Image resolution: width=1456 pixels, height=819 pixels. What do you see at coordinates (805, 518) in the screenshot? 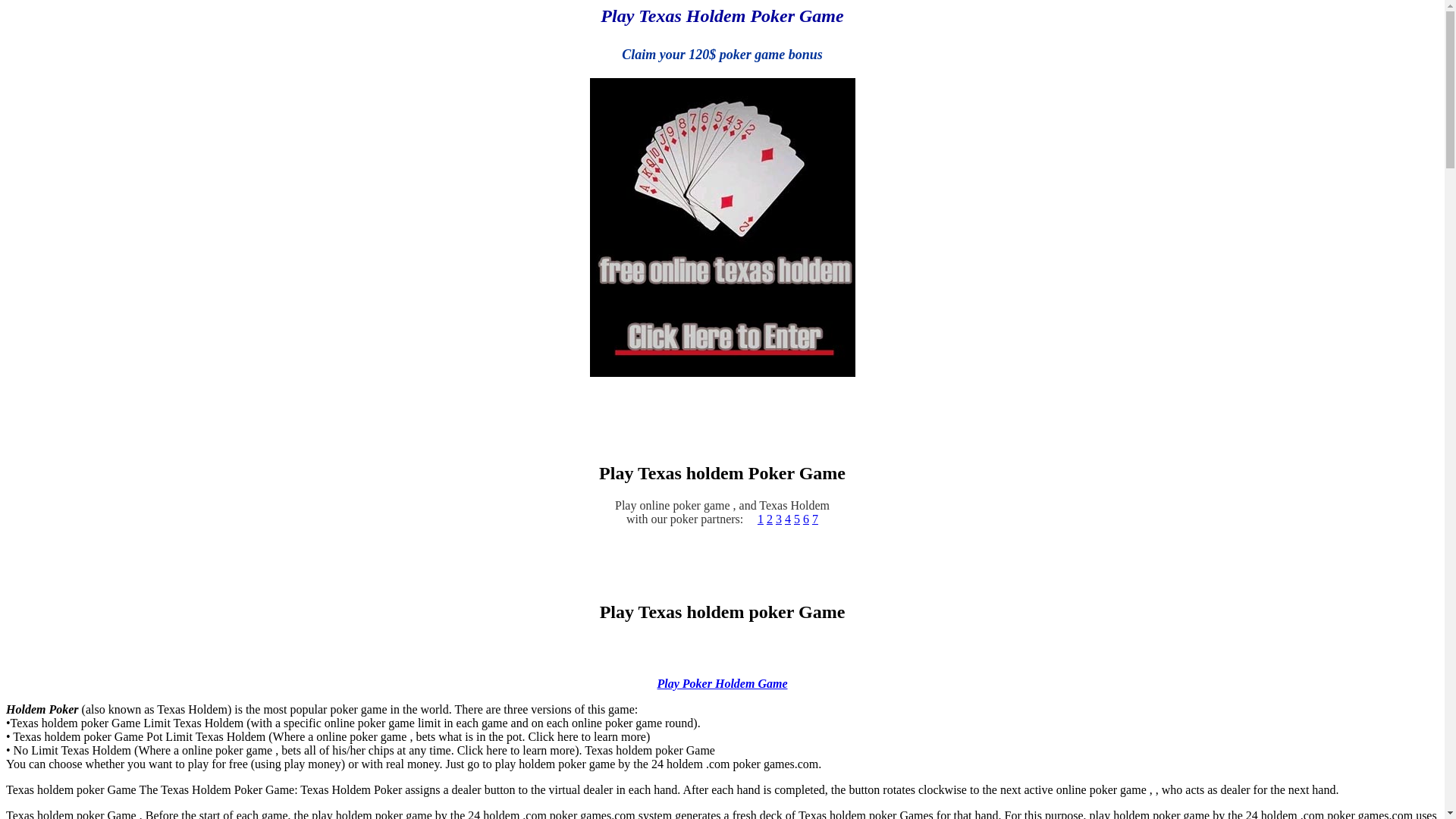
I see `'6'` at bounding box center [805, 518].